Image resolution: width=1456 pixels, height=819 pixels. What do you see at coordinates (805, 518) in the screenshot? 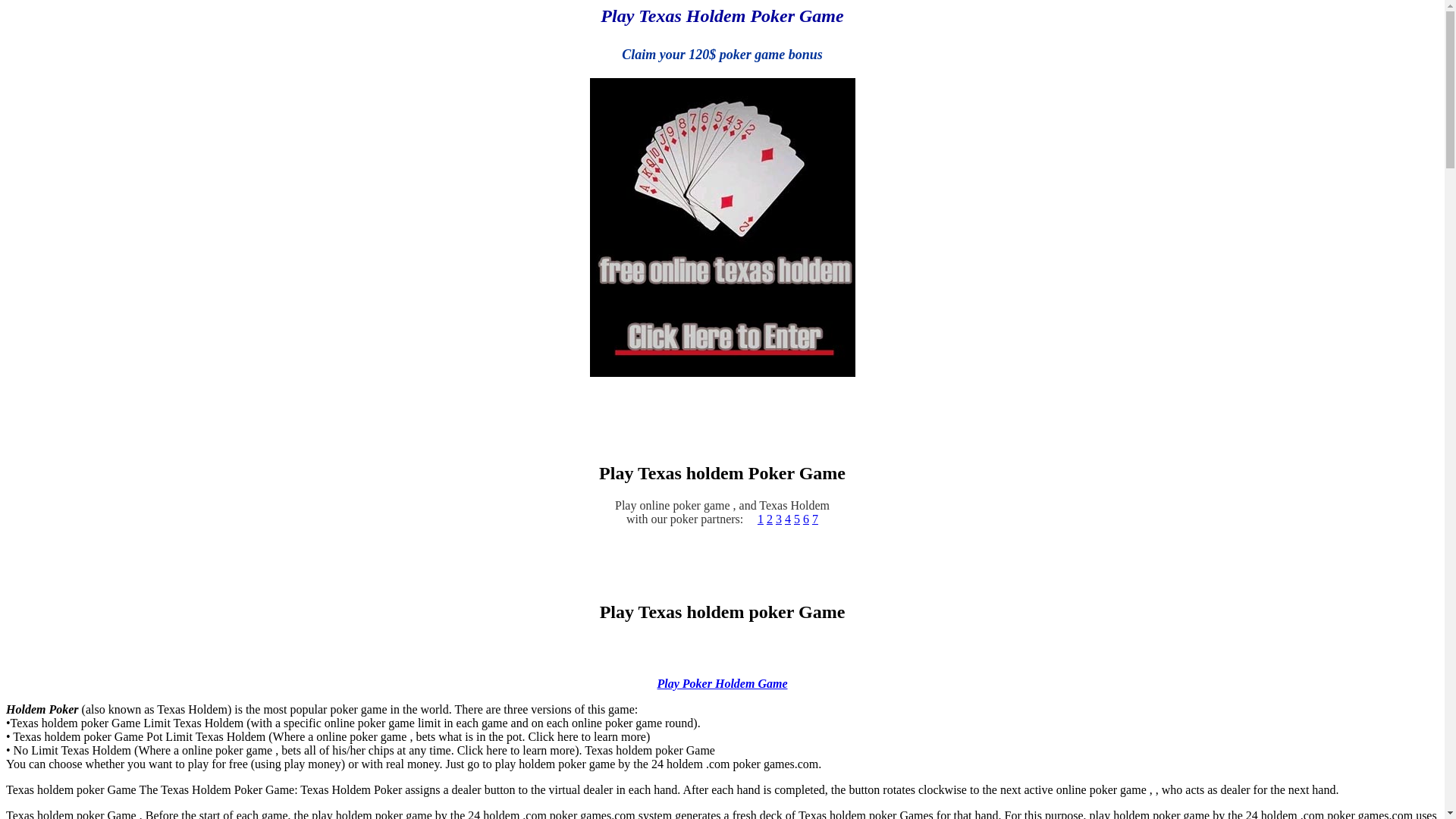
I see `'6'` at bounding box center [805, 518].